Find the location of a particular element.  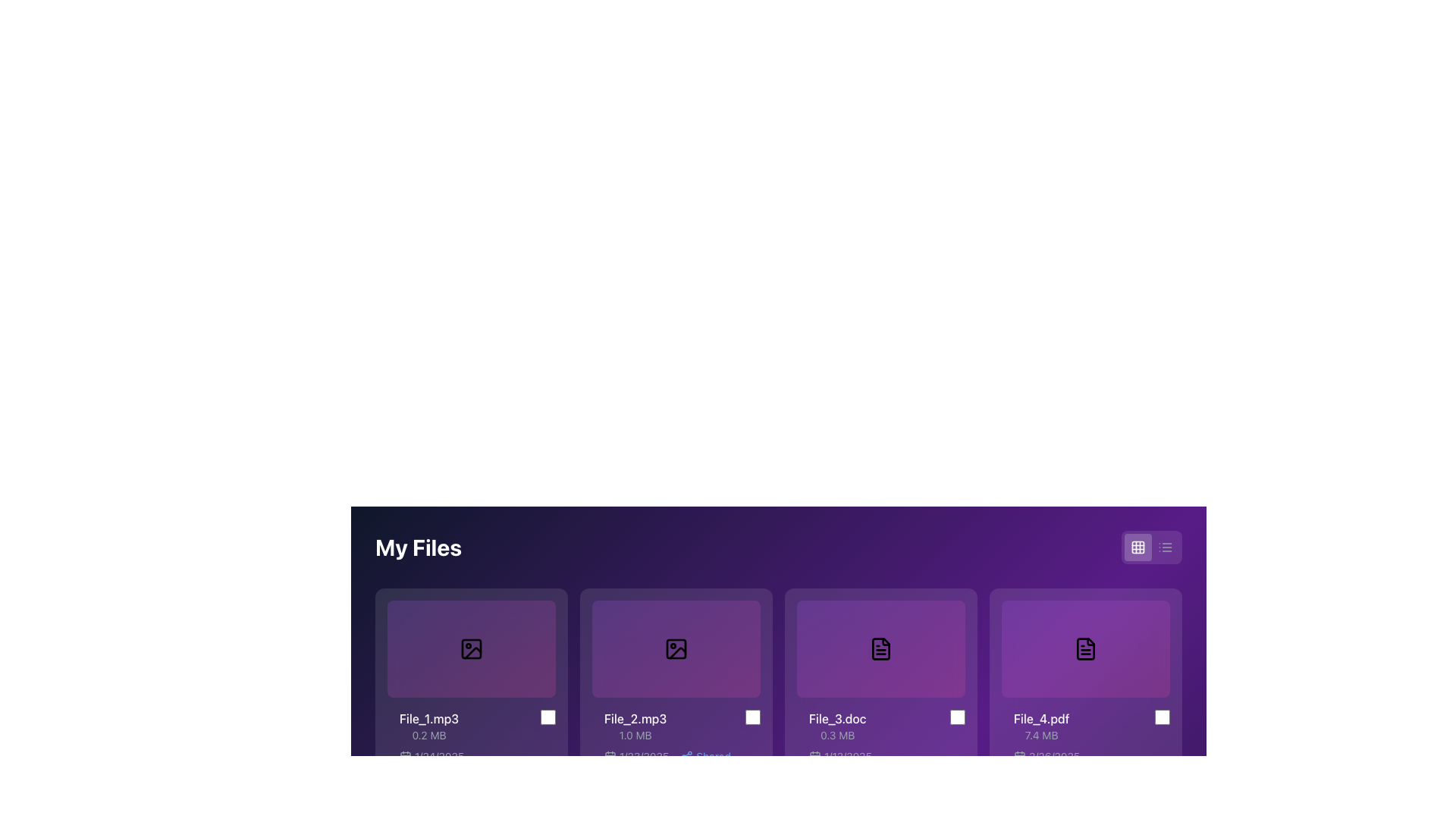

the grid icon button located in the upper-right corner of the interface is located at coordinates (1138, 547).